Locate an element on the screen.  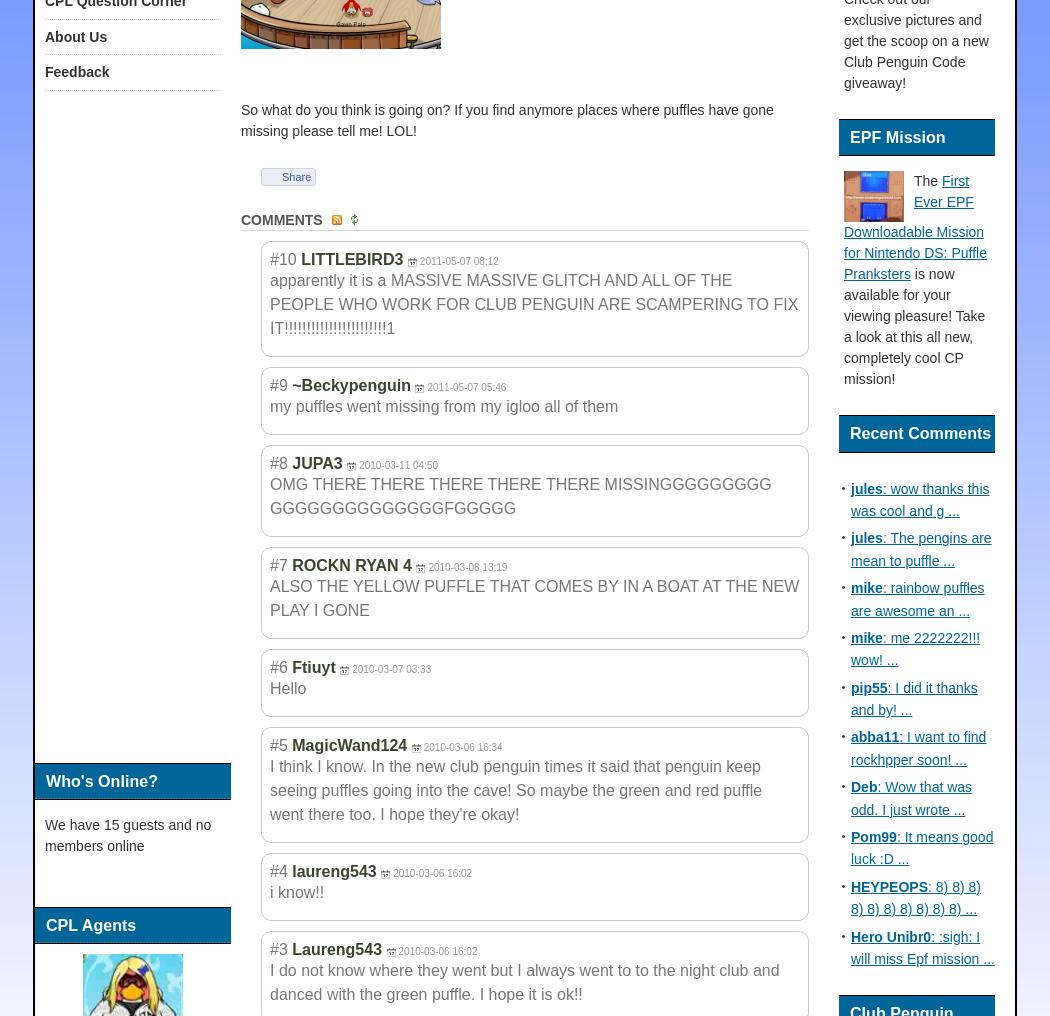
'#8' is located at coordinates (277, 463).